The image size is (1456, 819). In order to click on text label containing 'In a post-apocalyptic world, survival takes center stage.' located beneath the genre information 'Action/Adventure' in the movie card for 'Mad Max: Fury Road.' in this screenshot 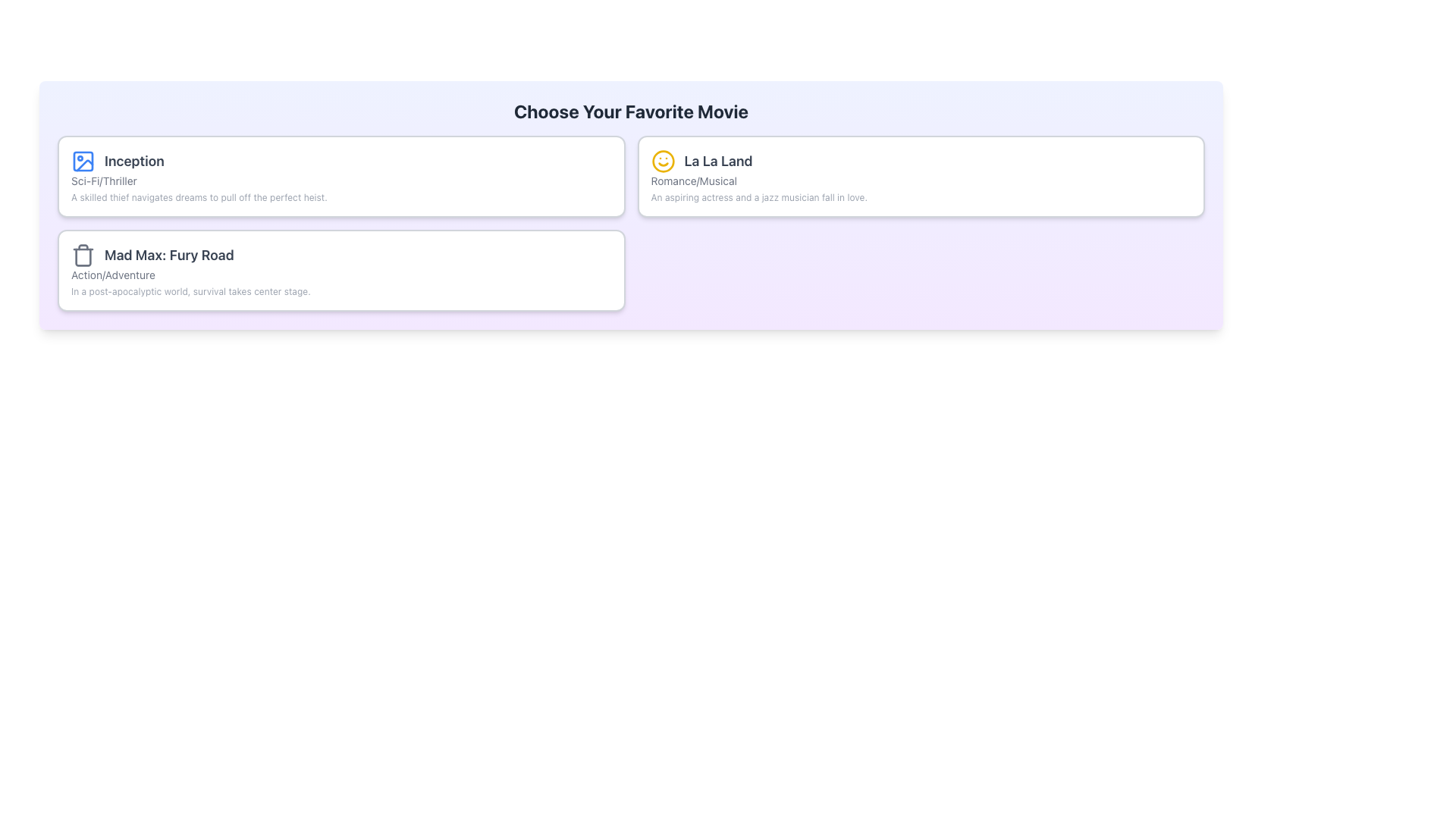, I will do `click(190, 292)`.